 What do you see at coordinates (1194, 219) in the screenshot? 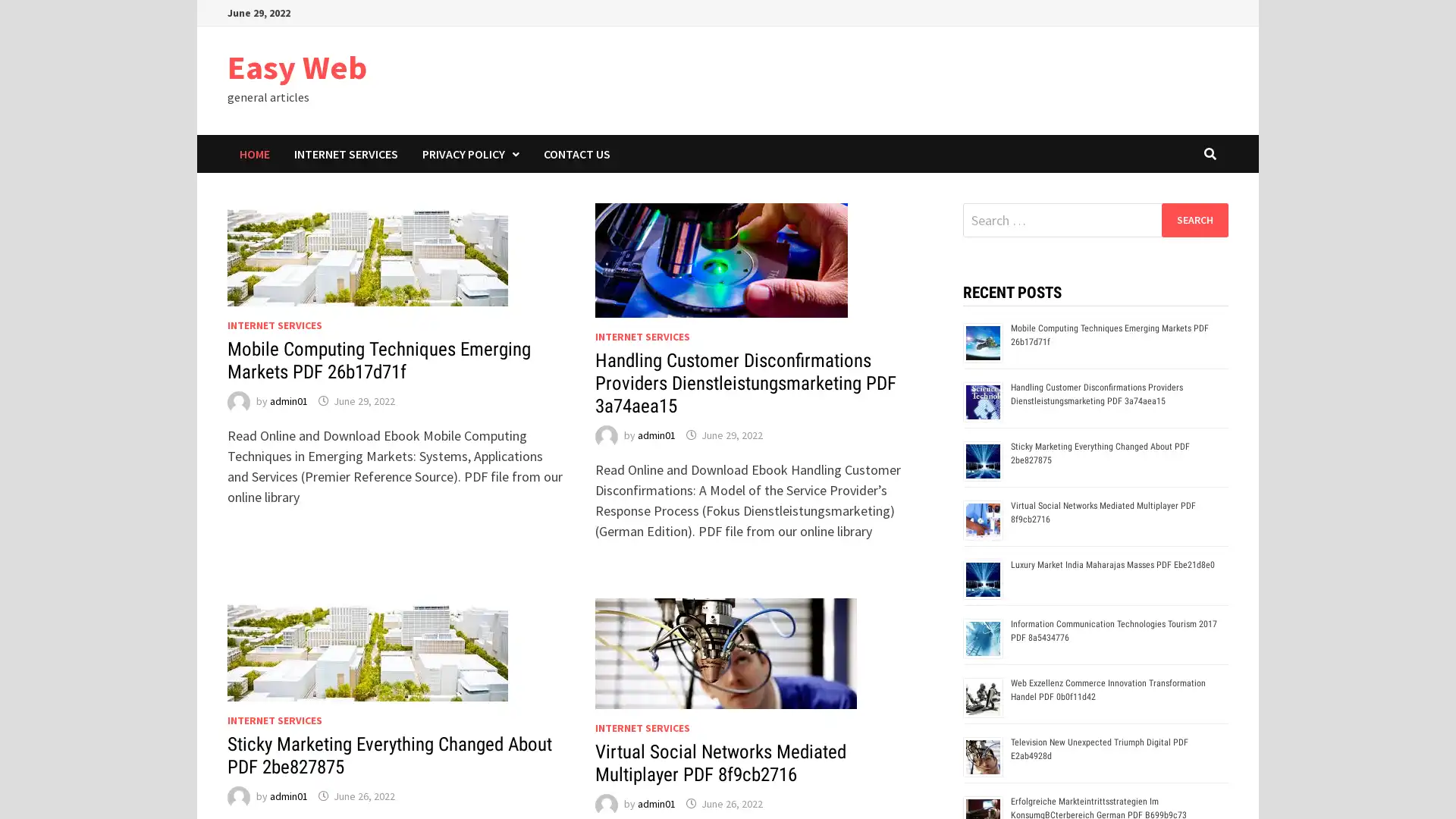
I see `Search` at bounding box center [1194, 219].